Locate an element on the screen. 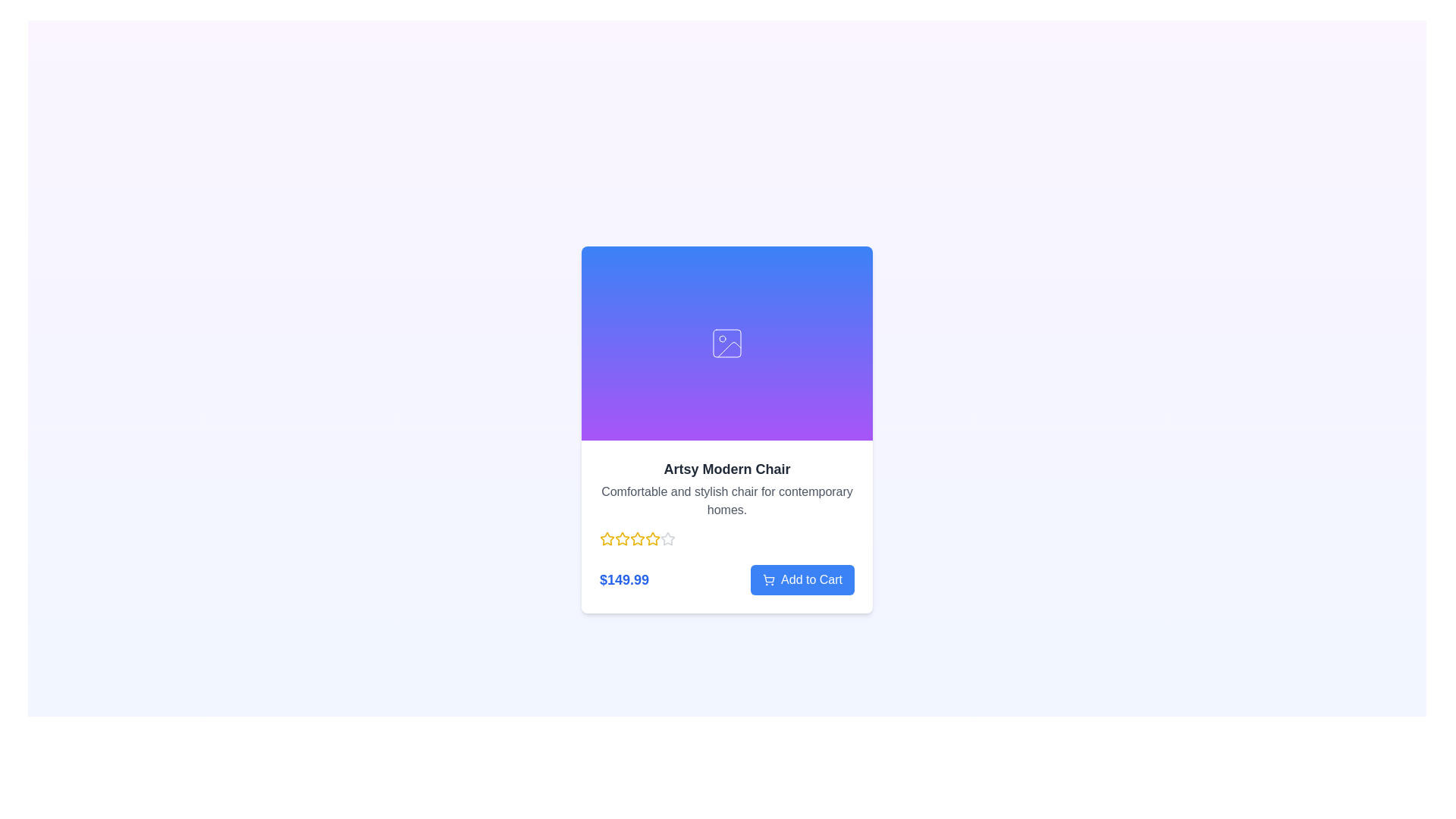 The height and width of the screenshot is (819, 1456). the second star rating icon, which is styled with a yellow outline and has a hollow center is located at coordinates (622, 538).